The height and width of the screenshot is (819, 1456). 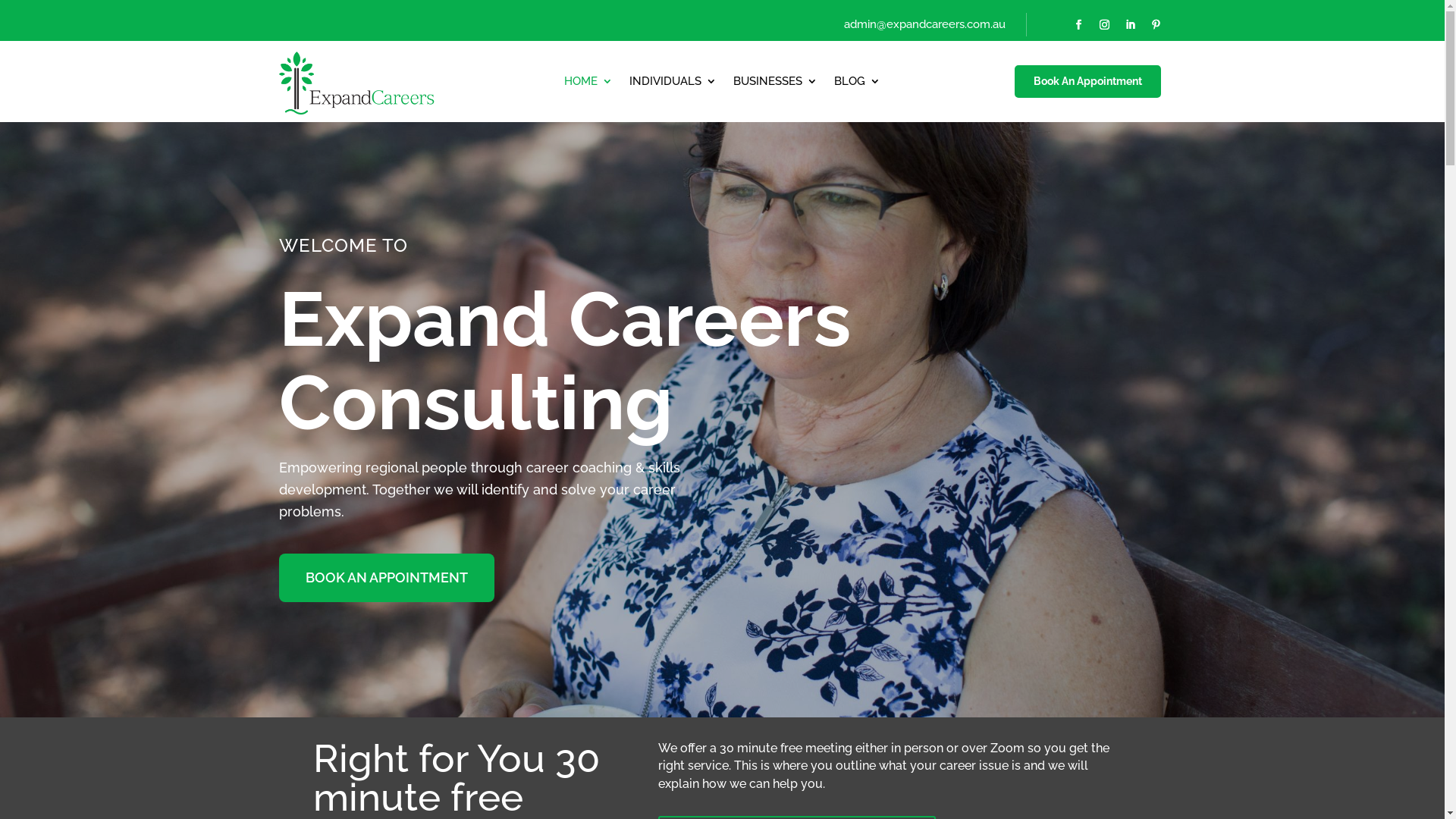 I want to click on 'HOME', so click(x=588, y=84).